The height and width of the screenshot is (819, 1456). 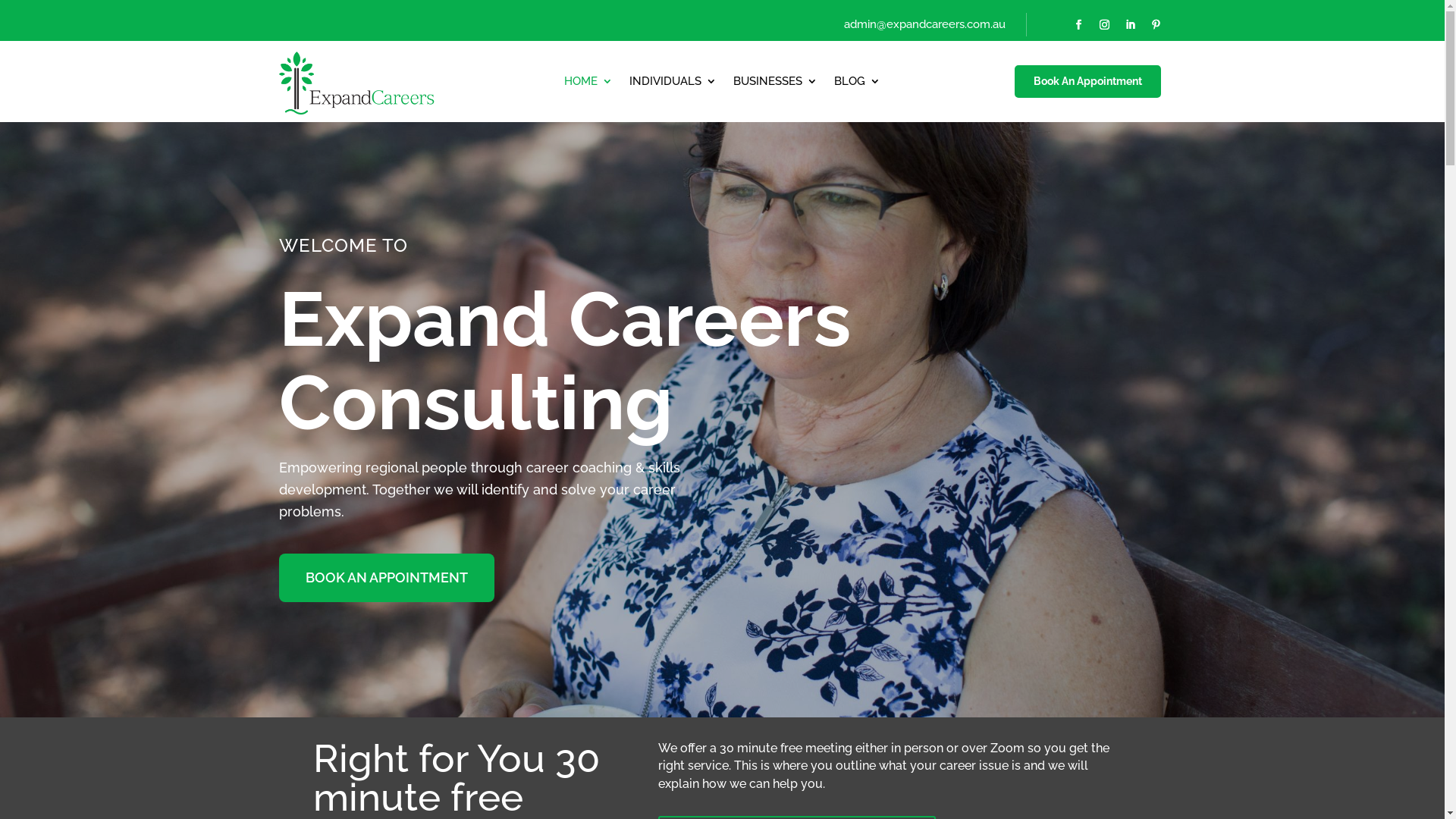 I want to click on 'HOME', so click(x=588, y=84).